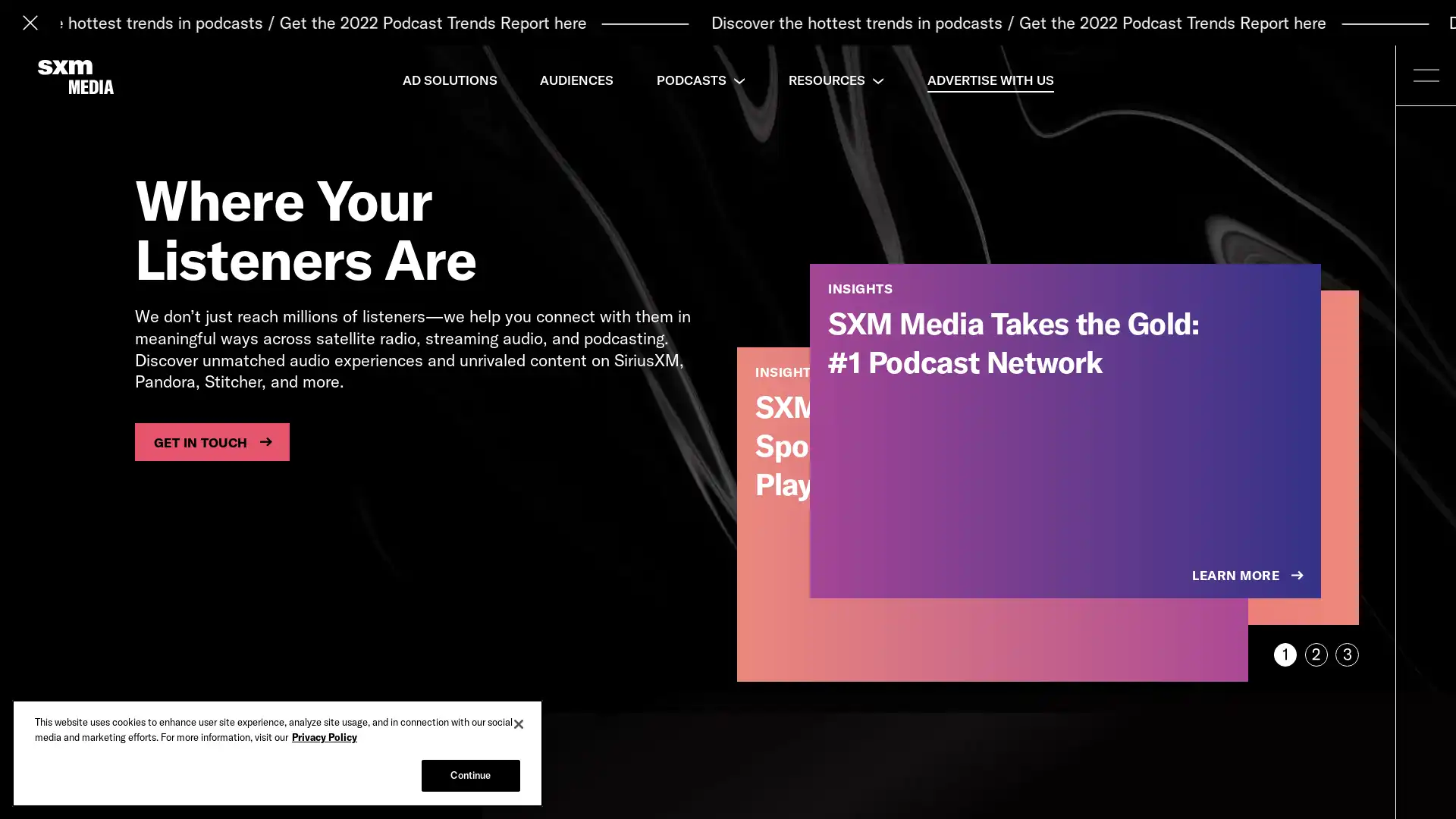  Describe the element at coordinates (519, 723) in the screenshot. I see `Close` at that location.